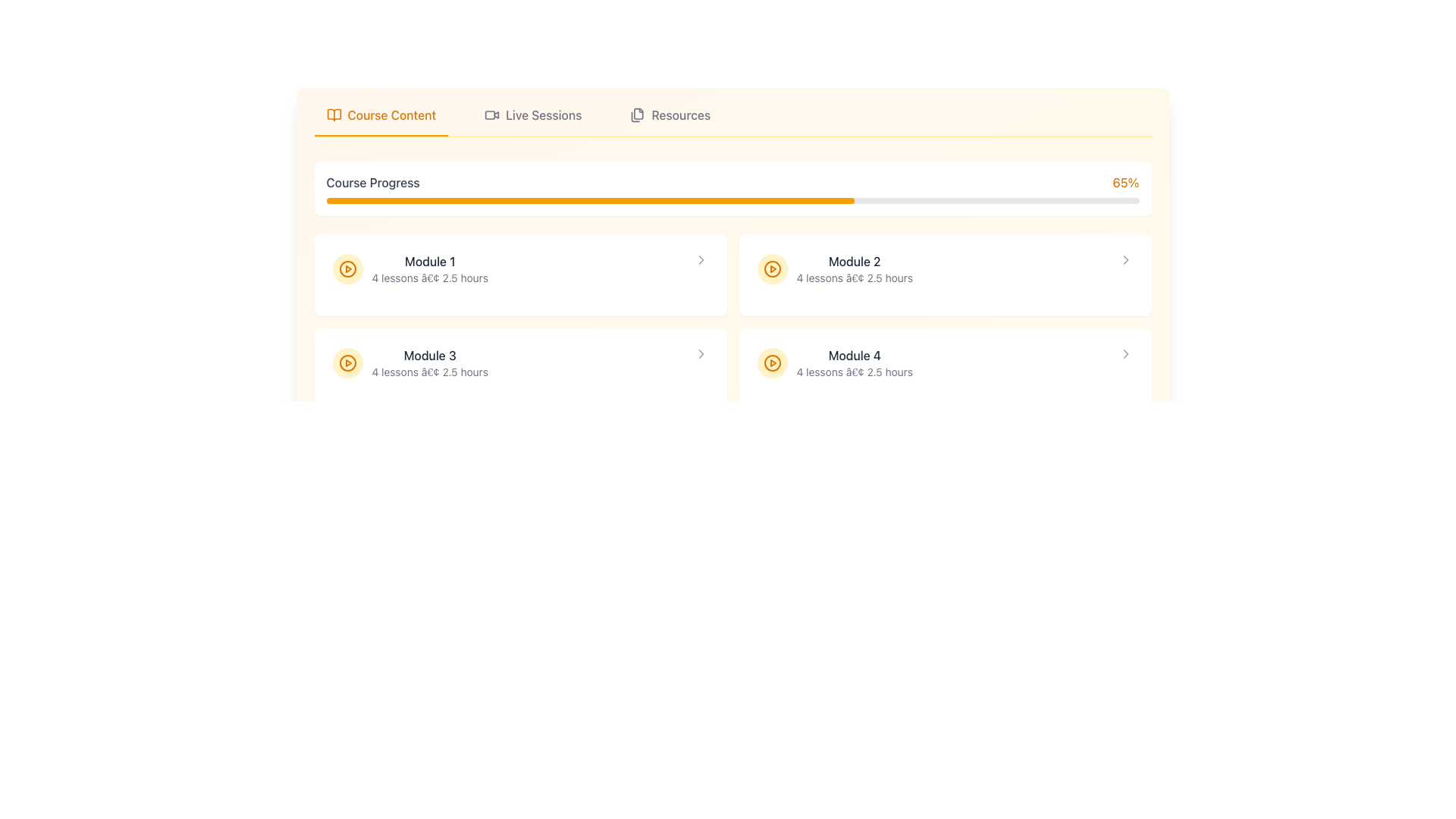  Describe the element at coordinates (533, 120) in the screenshot. I see `the 'Live Sessions' navigation link located in the horizontal navigation bar at the top of the interface, positioned between 'Course Content' and 'Resources'` at that location.